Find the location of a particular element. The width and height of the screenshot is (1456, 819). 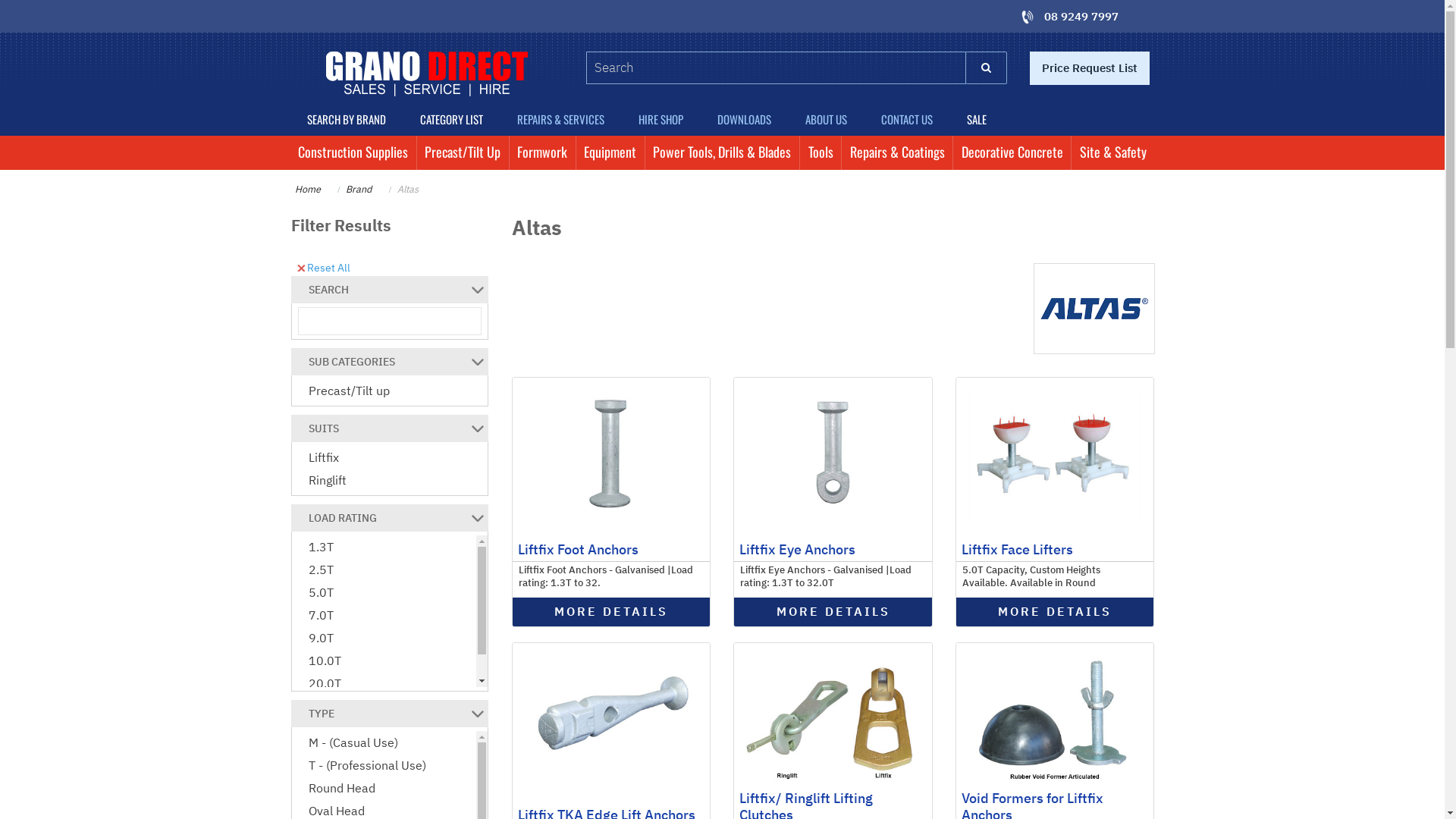

'Grano Direct' is located at coordinates (425, 74).